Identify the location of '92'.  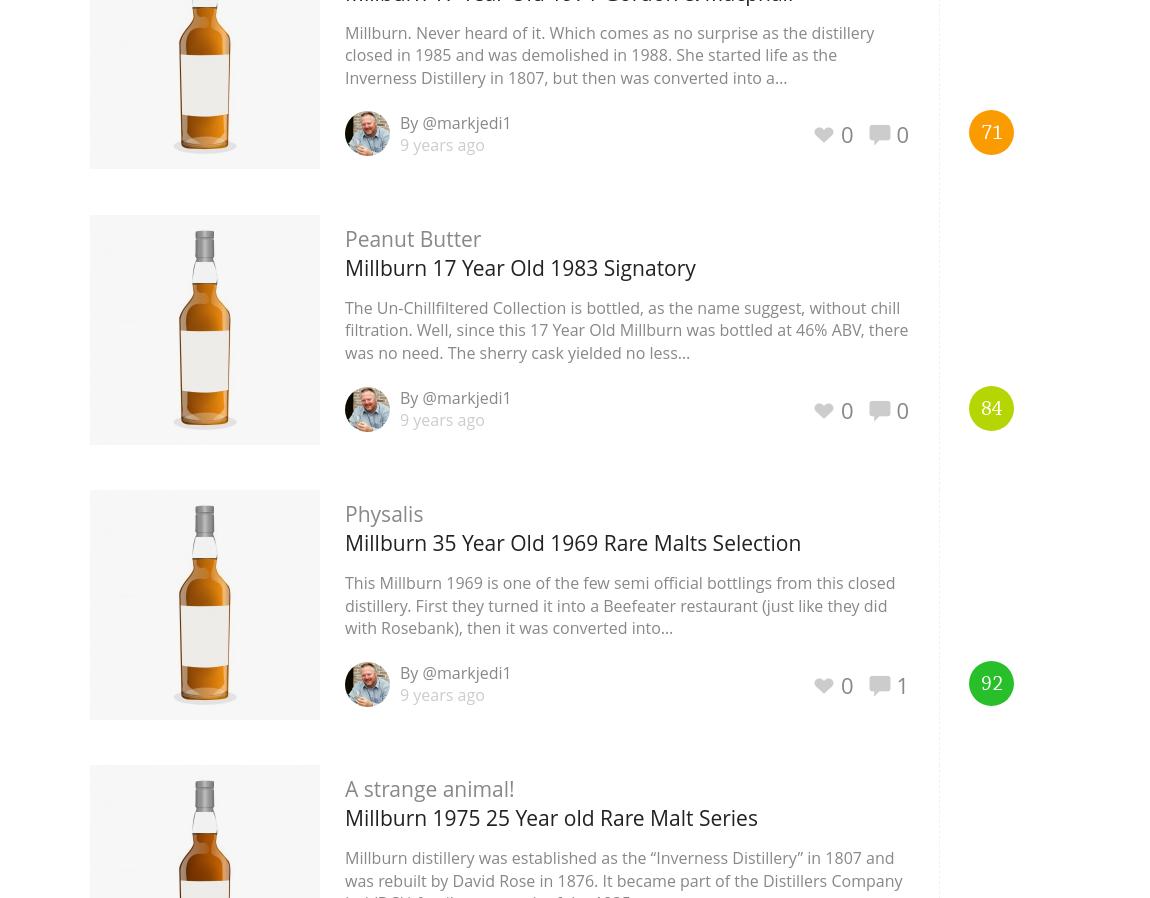
(990, 684).